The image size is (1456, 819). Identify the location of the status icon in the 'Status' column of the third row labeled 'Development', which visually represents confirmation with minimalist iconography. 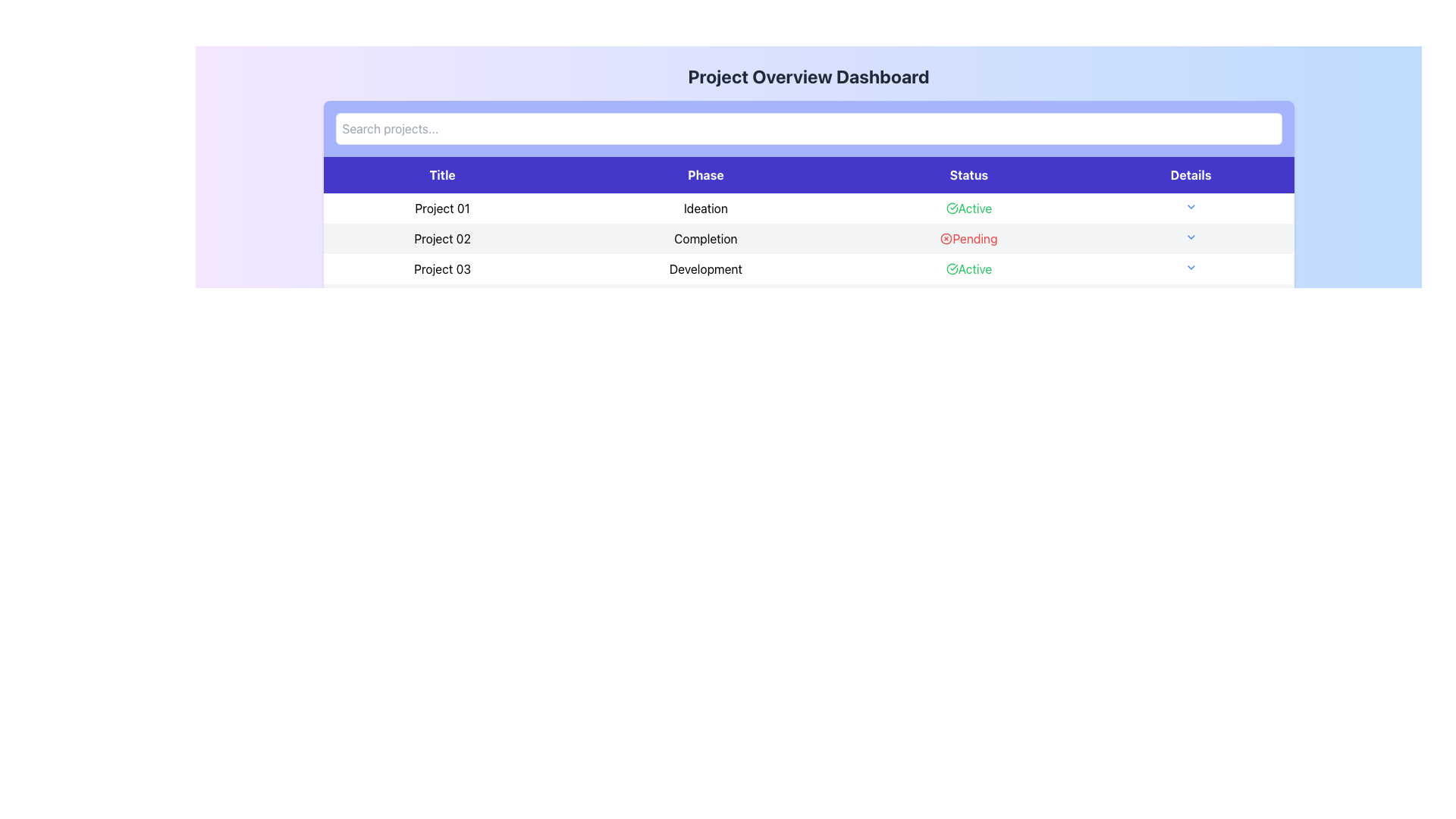
(951, 268).